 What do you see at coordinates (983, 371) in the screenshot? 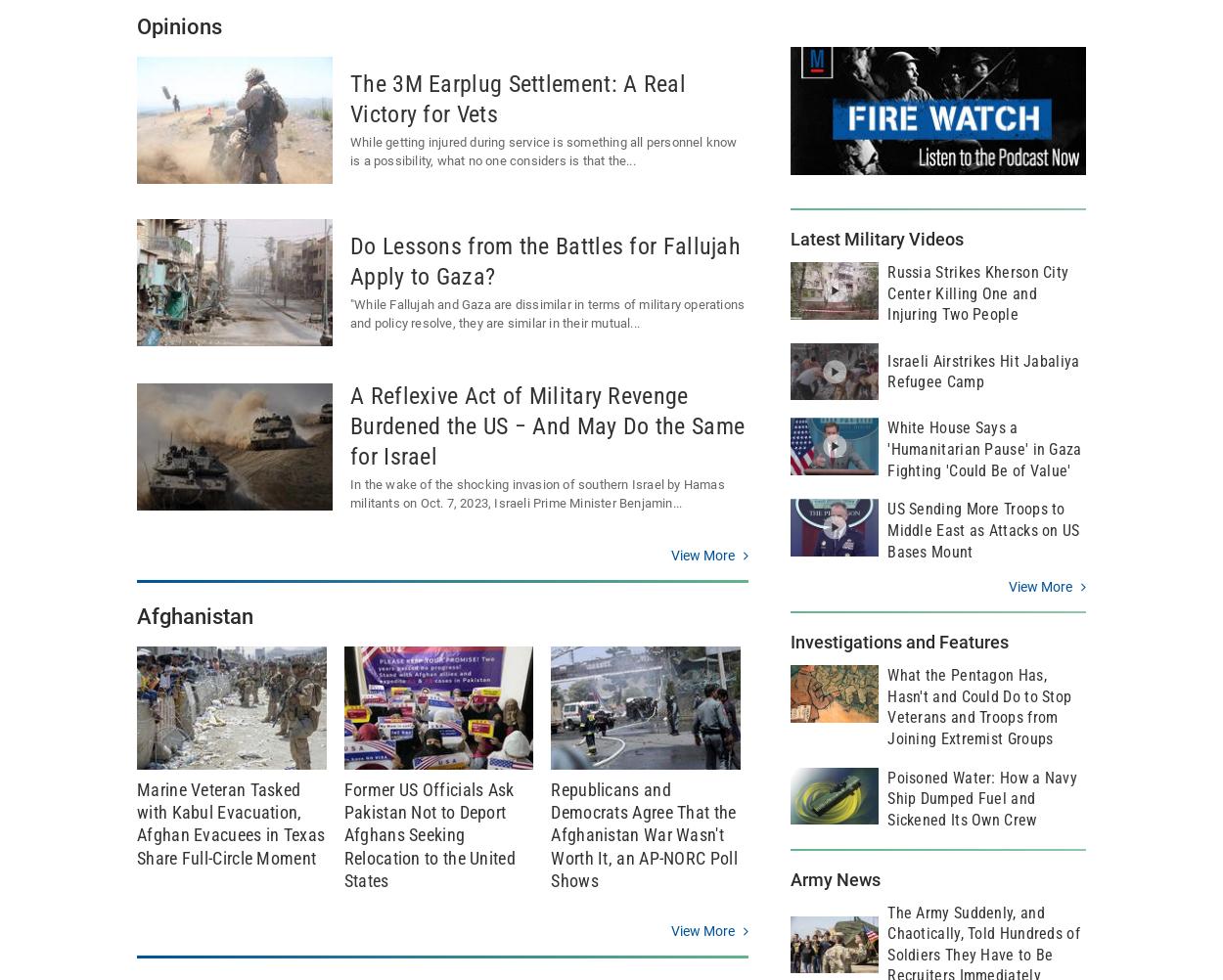
I see `'Israeli Airstrikes Hit Jabaliya Refugee Camp'` at bounding box center [983, 371].